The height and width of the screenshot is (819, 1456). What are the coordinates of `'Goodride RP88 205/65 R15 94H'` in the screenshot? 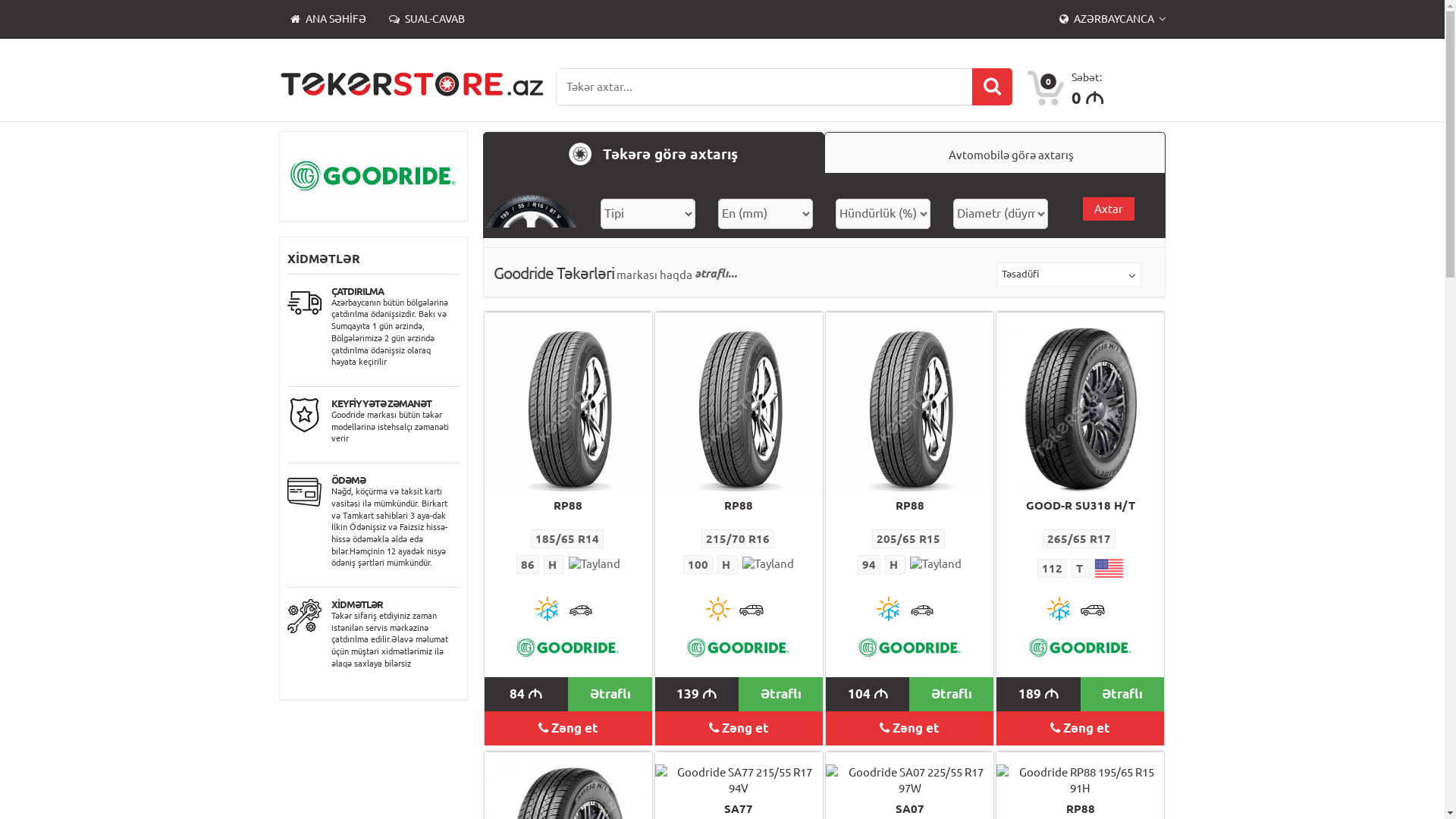 It's located at (909, 401).